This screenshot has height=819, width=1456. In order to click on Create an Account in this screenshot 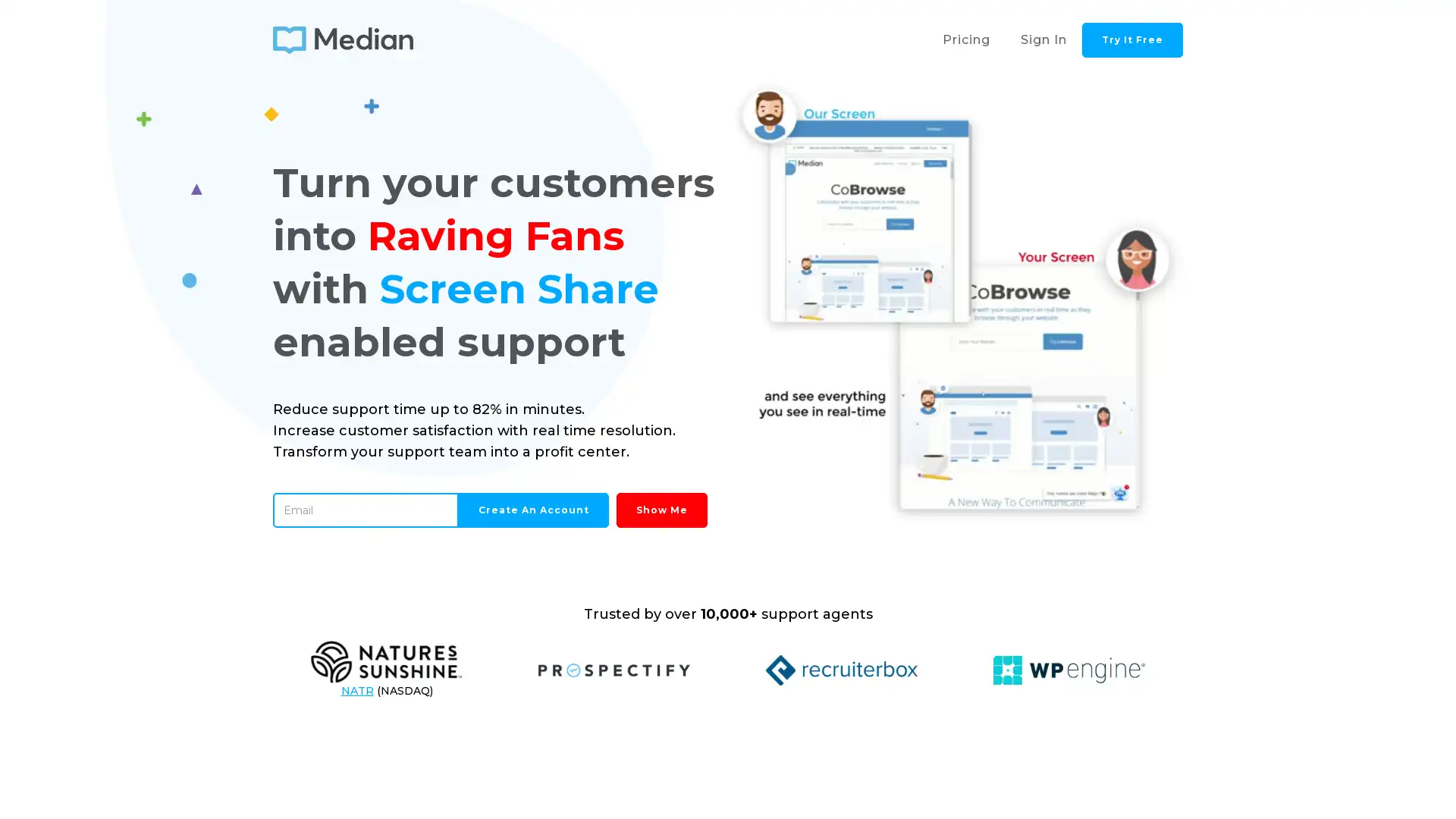, I will do `click(532, 510)`.